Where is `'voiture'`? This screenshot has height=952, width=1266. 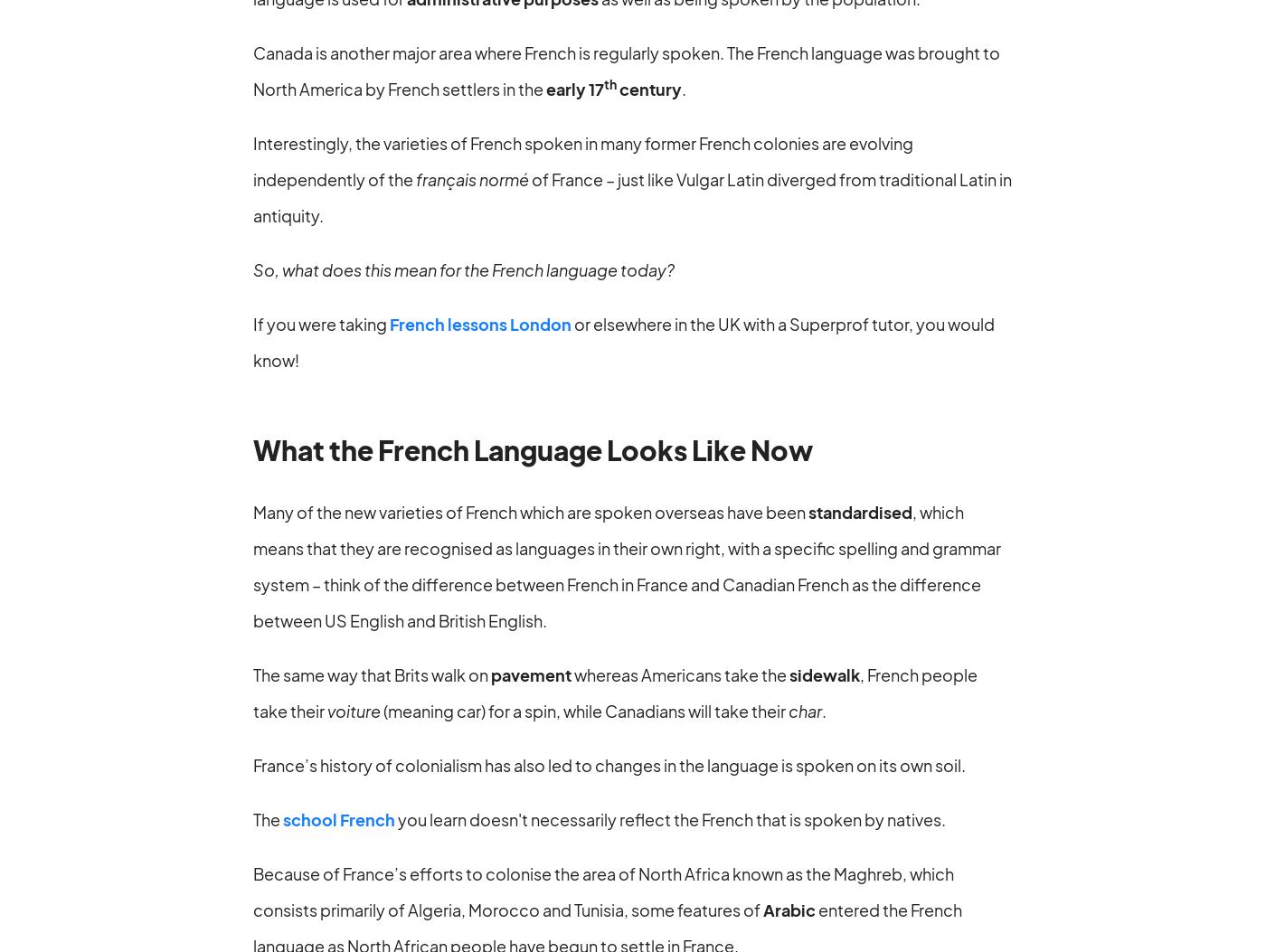
'voiture' is located at coordinates (354, 710).